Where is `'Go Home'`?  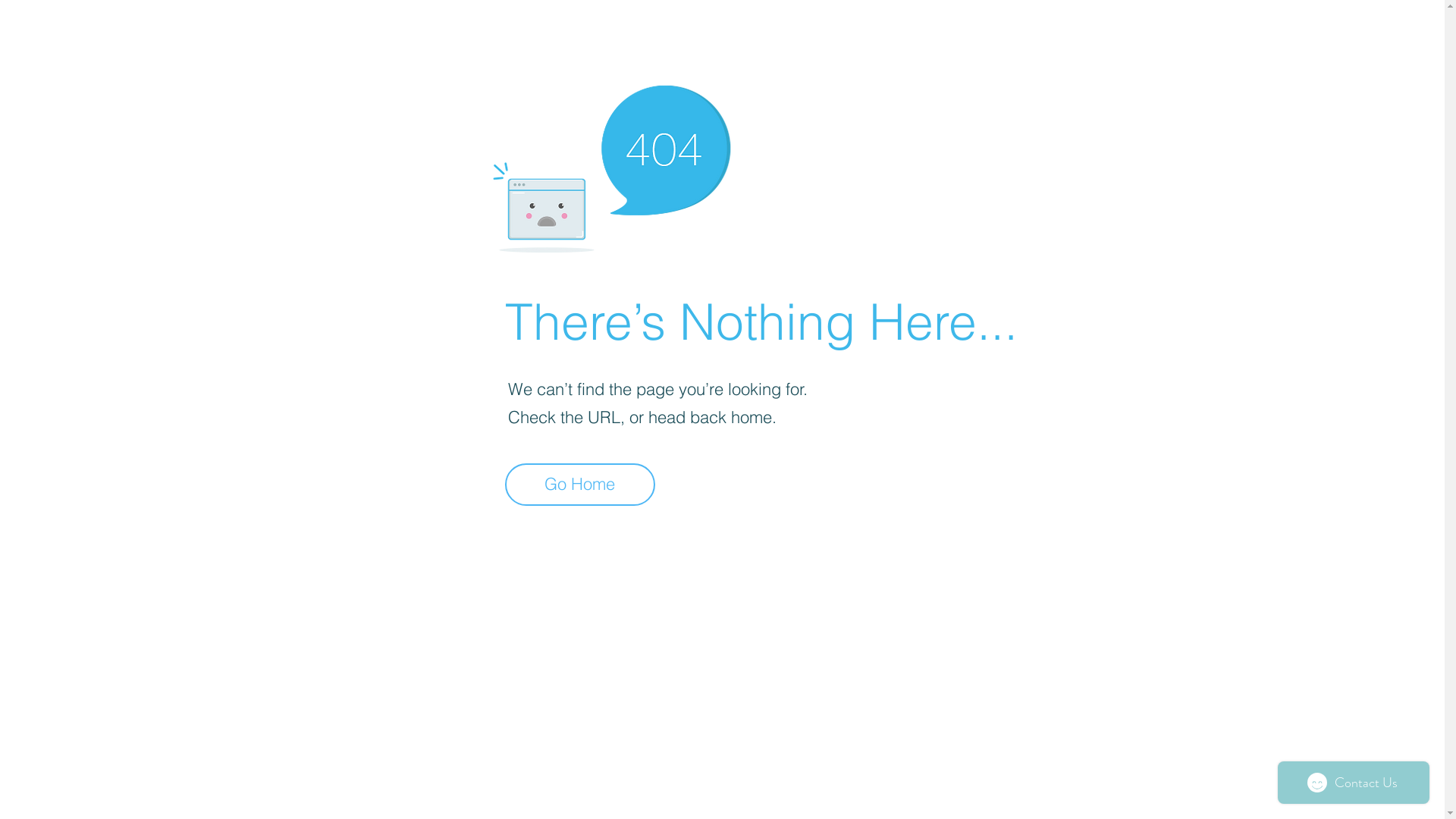 'Go Home' is located at coordinates (505, 485).